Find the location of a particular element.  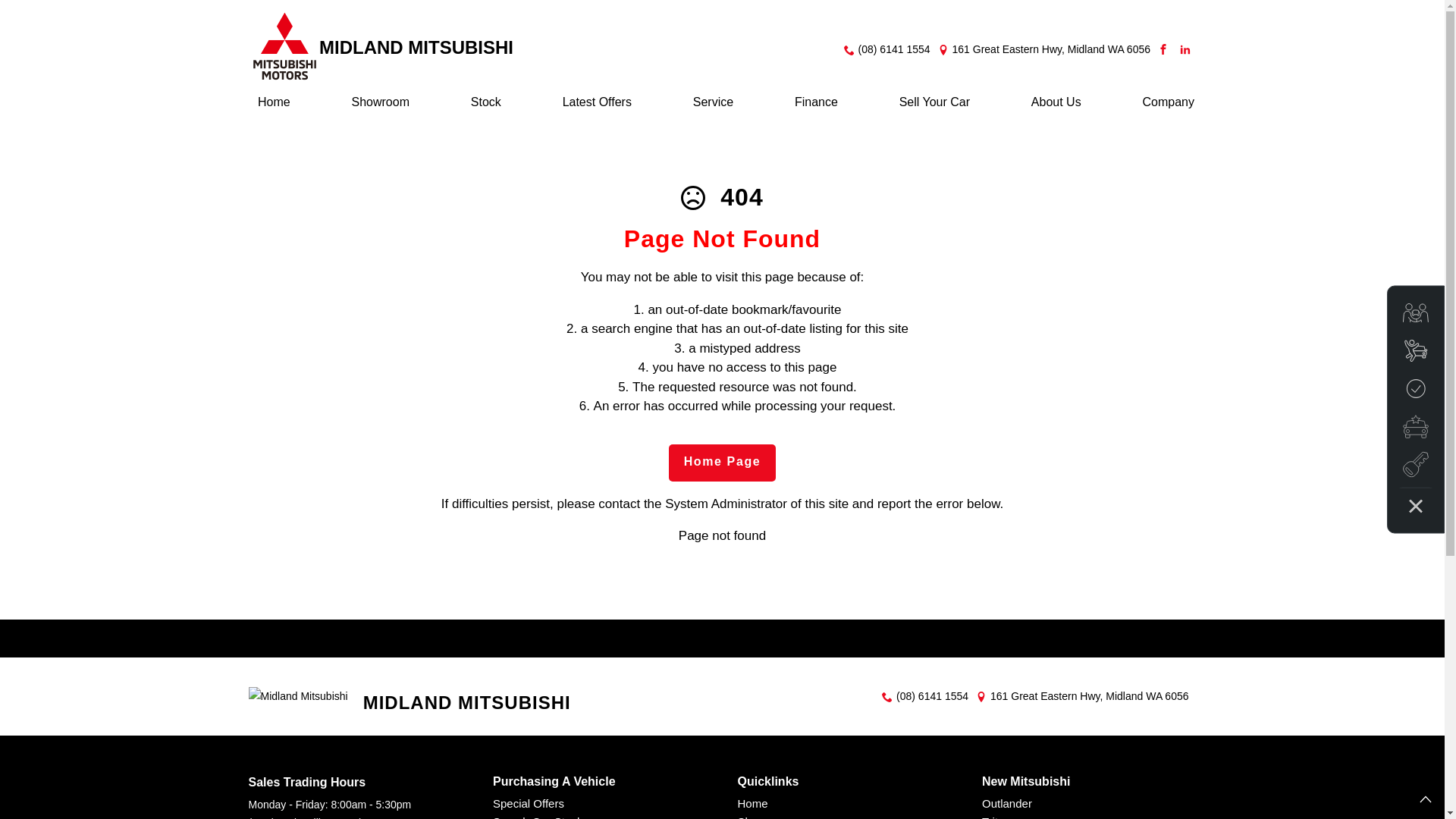

'Home' is located at coordinates (752, 802).